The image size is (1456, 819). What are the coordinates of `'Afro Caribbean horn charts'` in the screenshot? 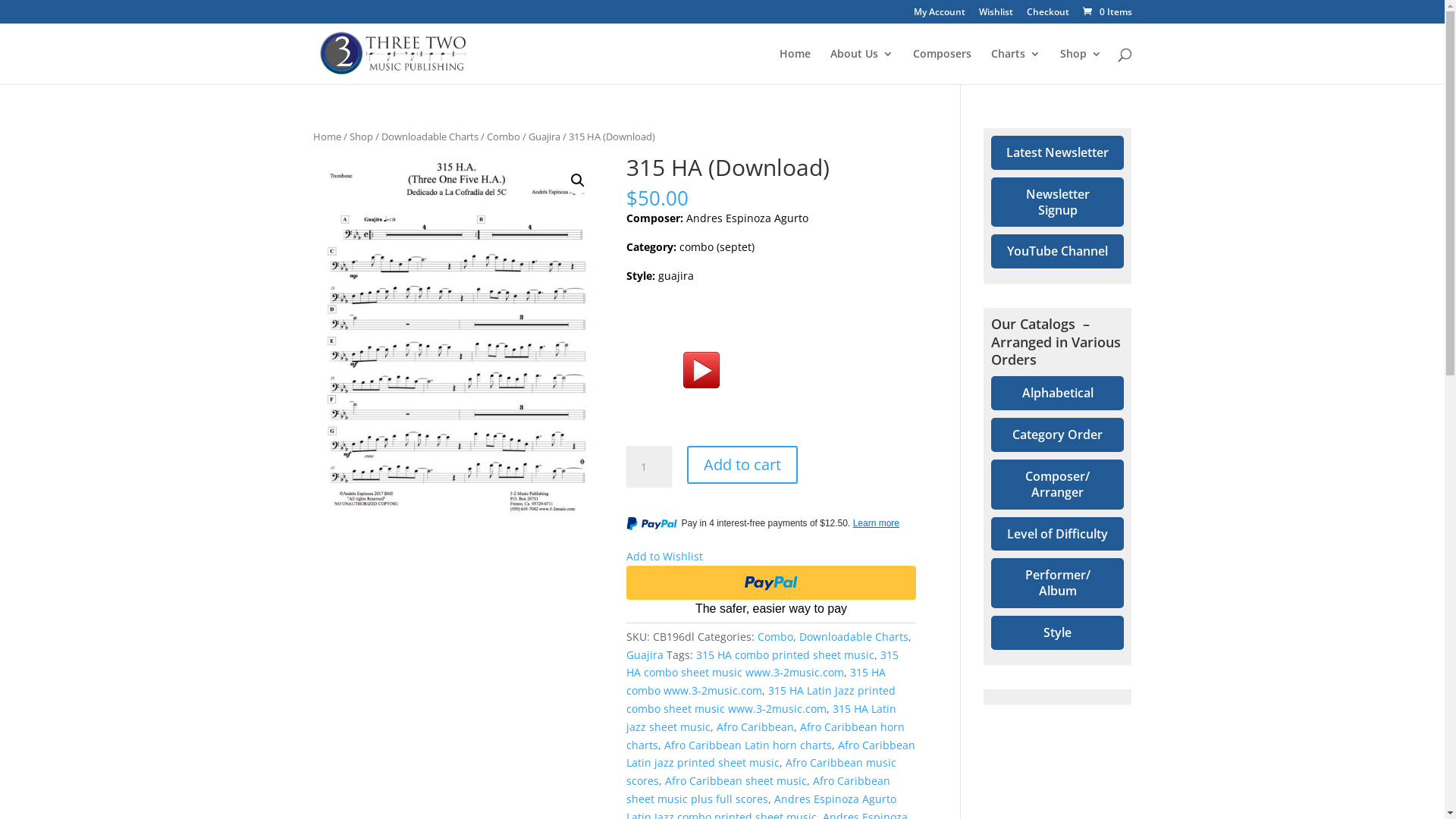 It's located at (765, 735).